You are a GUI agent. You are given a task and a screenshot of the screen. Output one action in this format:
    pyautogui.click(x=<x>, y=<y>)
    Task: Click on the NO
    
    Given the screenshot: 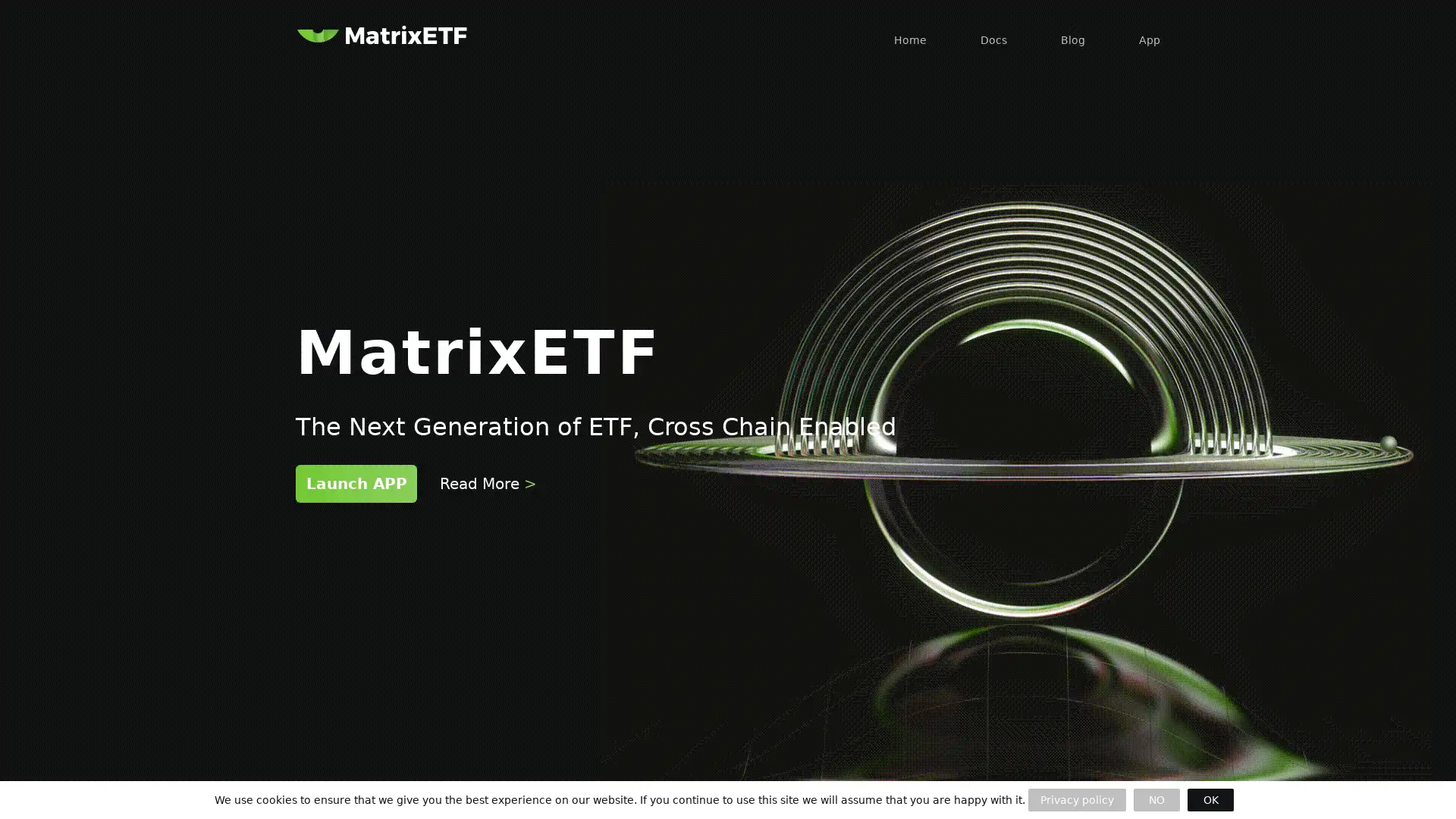 What is the action you would take?
    pyautogui.click(x=1156, y=799)
    